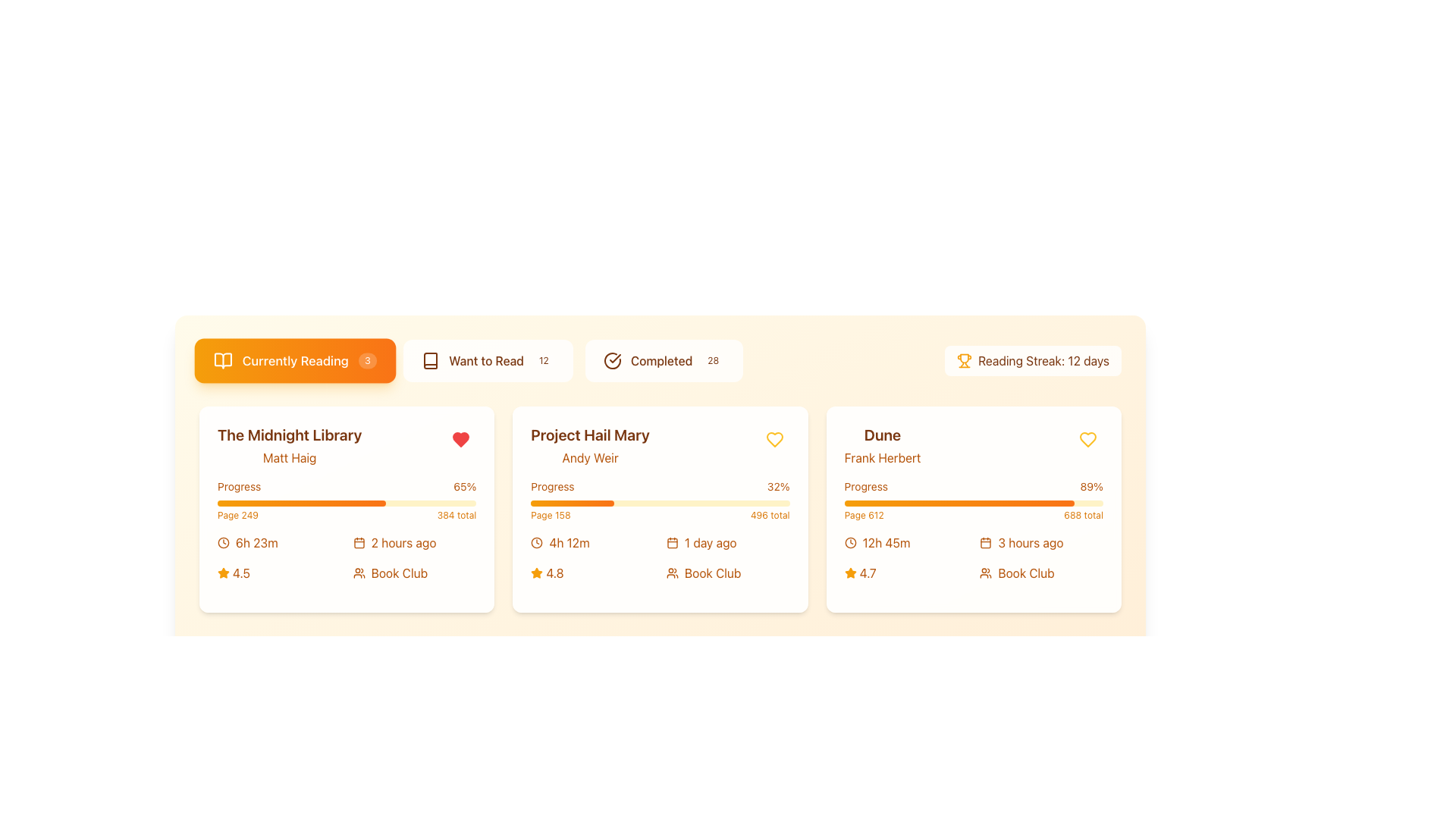  I want to click on the text label displaying 'Page 158' located within the reading progress section of the 'Project Hail Mary' card, so click(550, 514).